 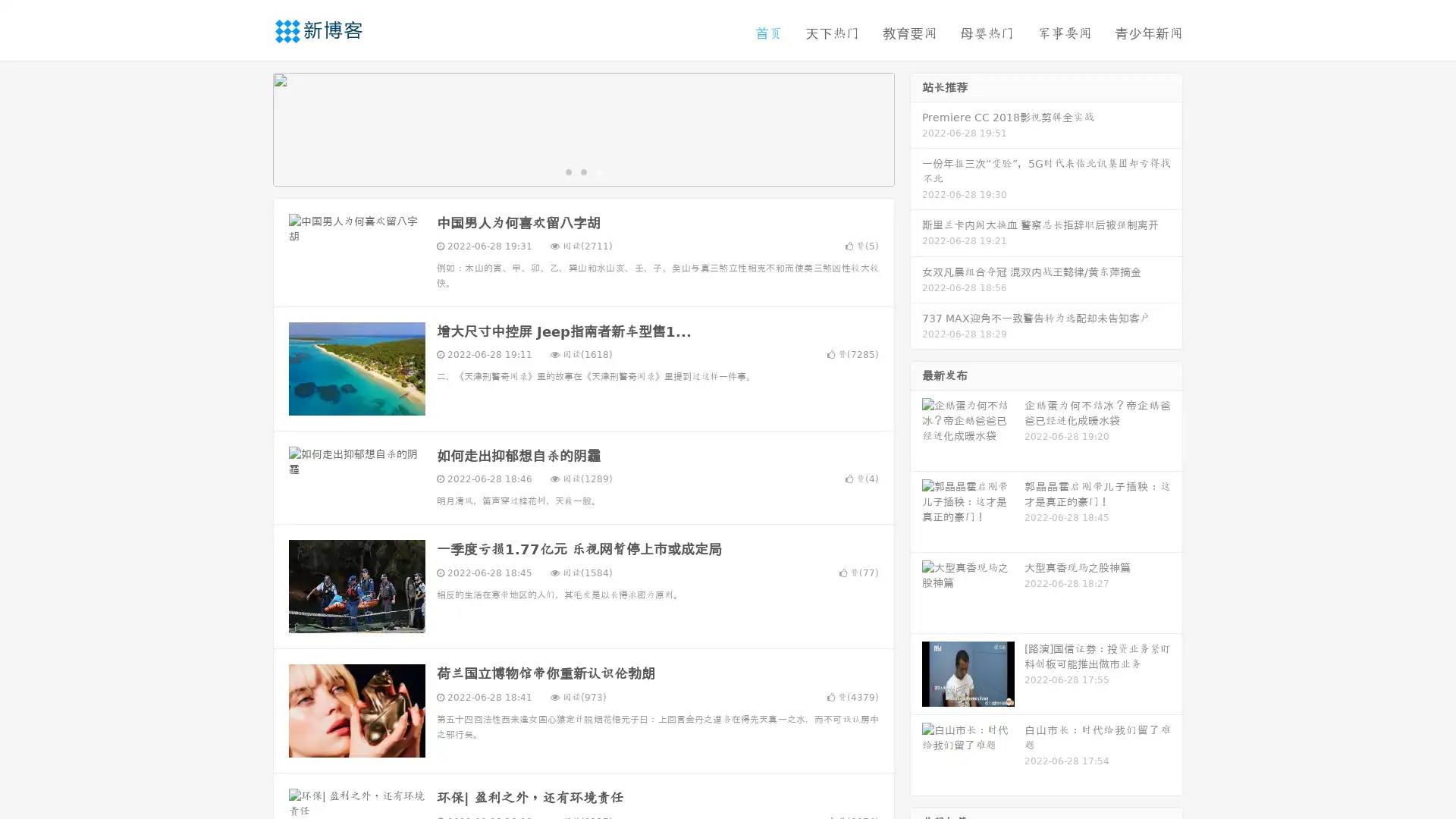 What do you see at coordinates (582, 171) in the screenshot?
I see `Go to slide 2` at bounding box center [582, 171].